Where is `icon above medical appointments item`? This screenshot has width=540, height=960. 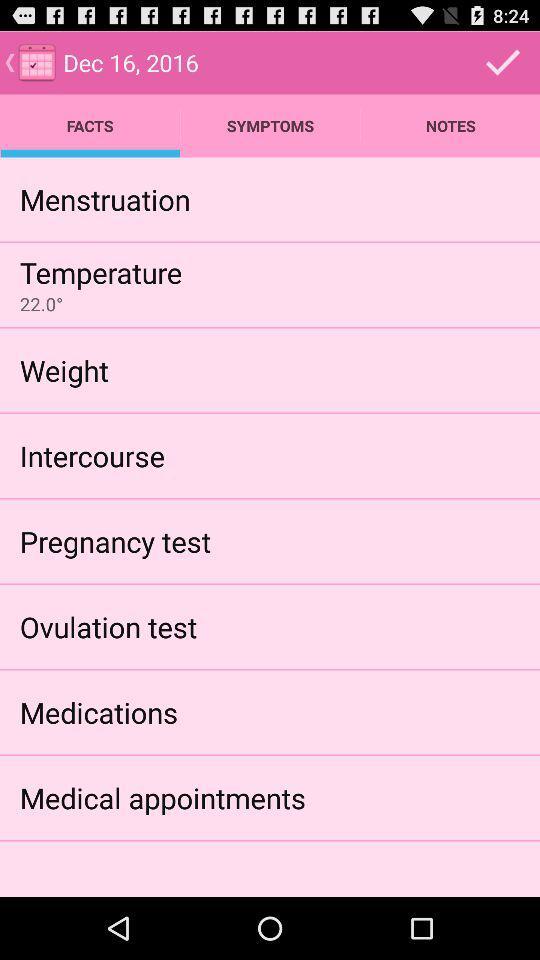 icon above medical appointments item is located at coordinates (97, 712).